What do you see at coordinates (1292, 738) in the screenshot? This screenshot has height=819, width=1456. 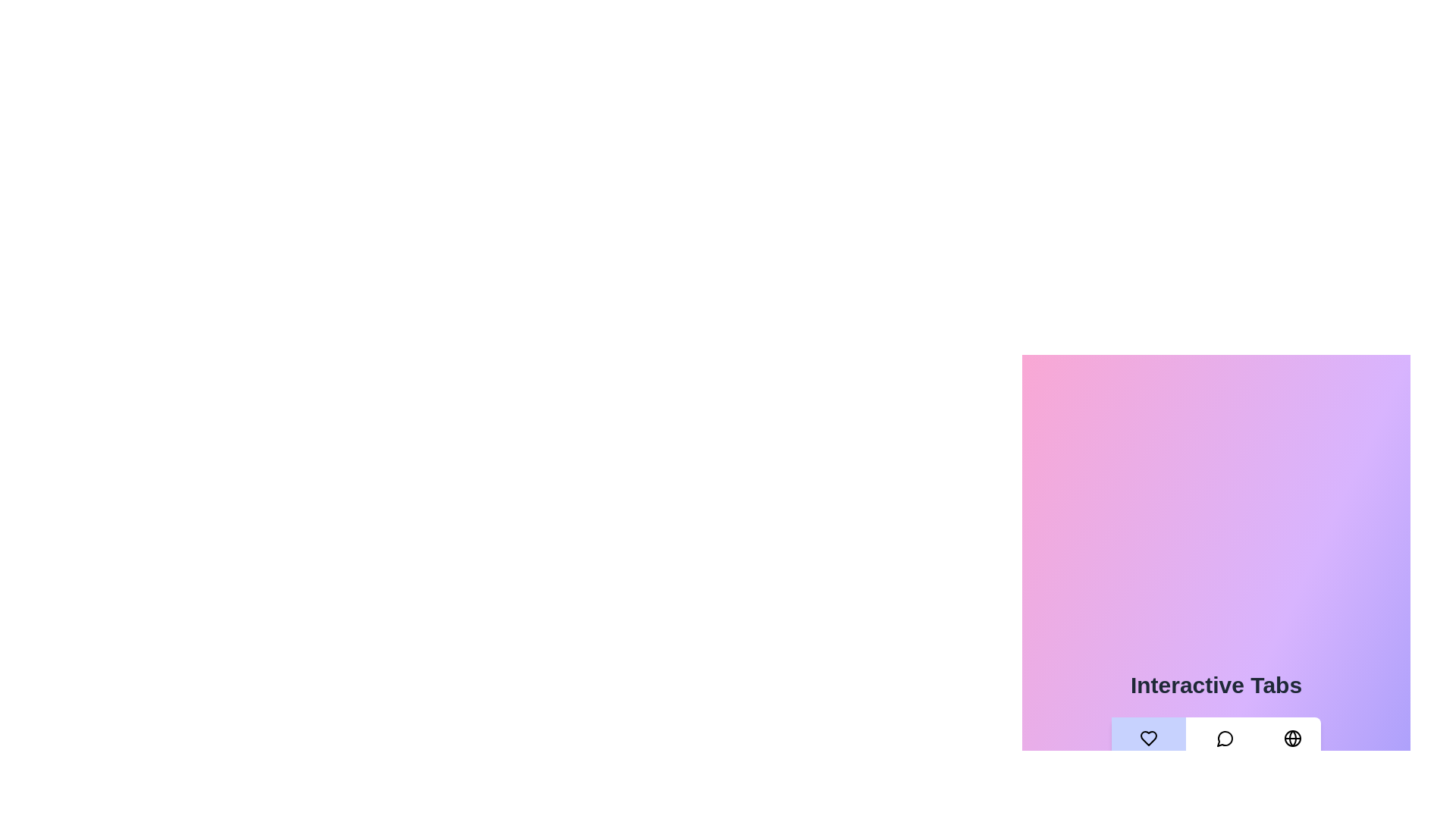 I see `the icon of the World tab to activate it` at bounding box center [1292, 738].